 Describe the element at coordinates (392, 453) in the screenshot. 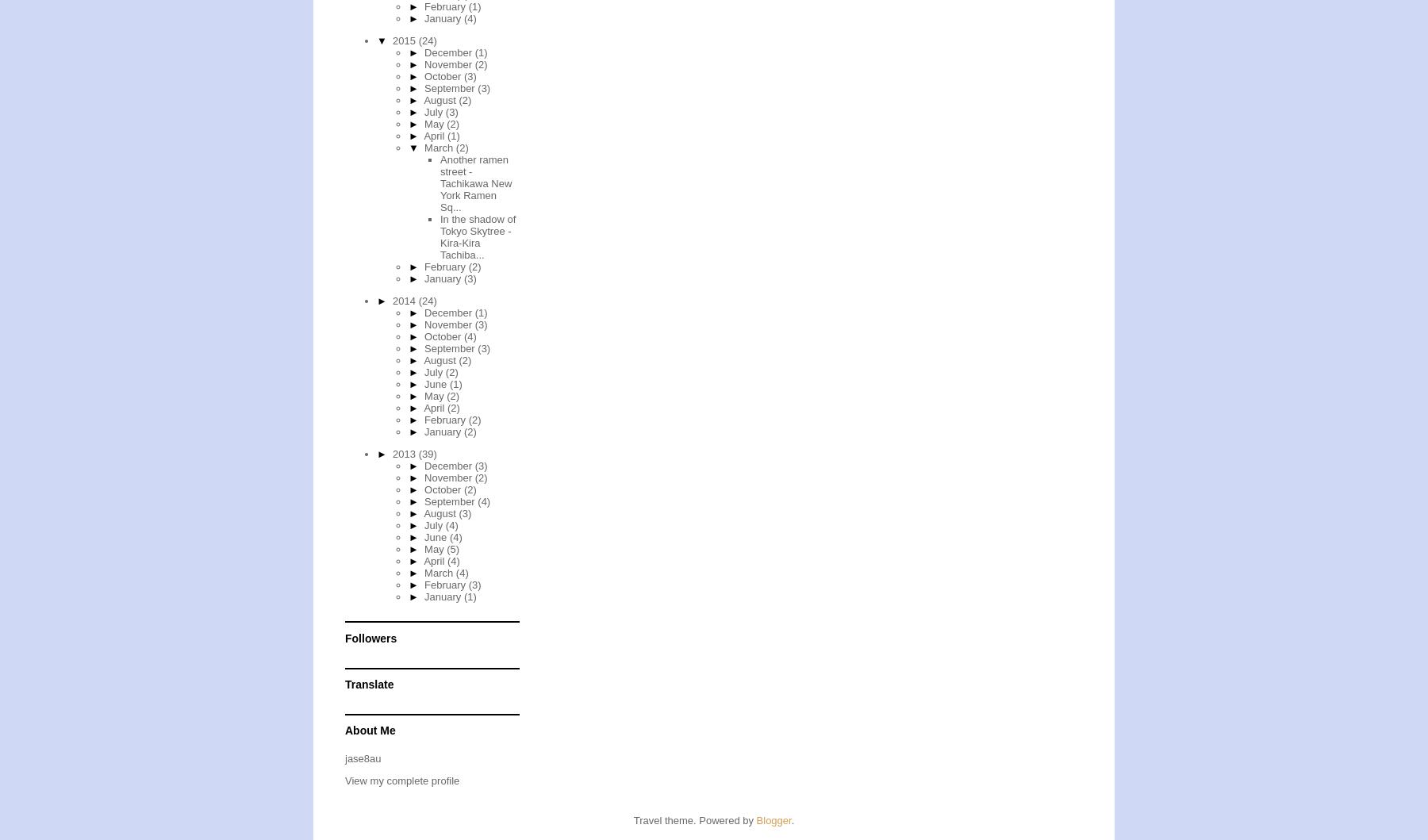

I see `'2013'` at that location.